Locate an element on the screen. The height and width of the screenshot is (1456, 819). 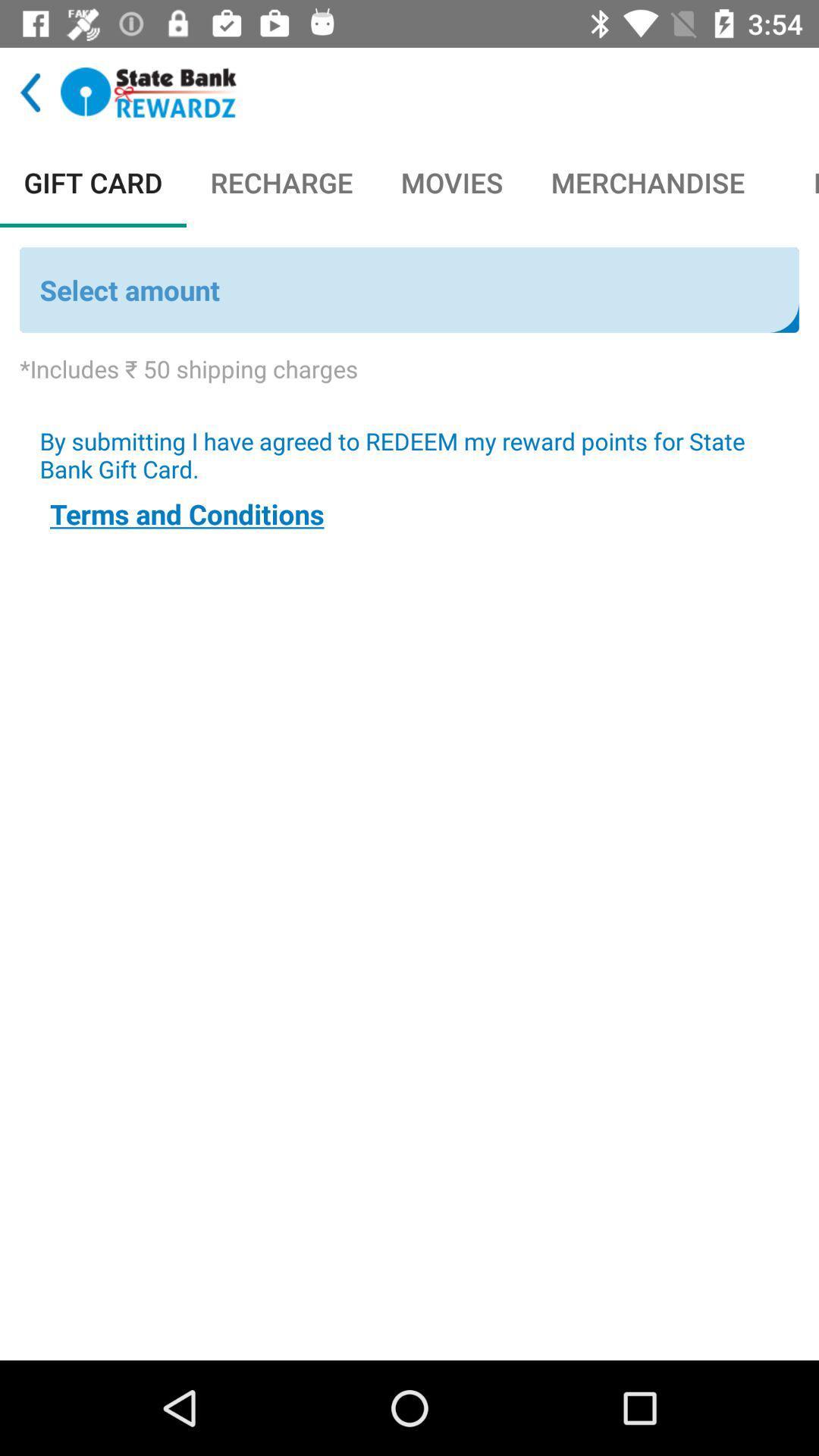
terms and conditions icon is located at coordinates (186, 513).